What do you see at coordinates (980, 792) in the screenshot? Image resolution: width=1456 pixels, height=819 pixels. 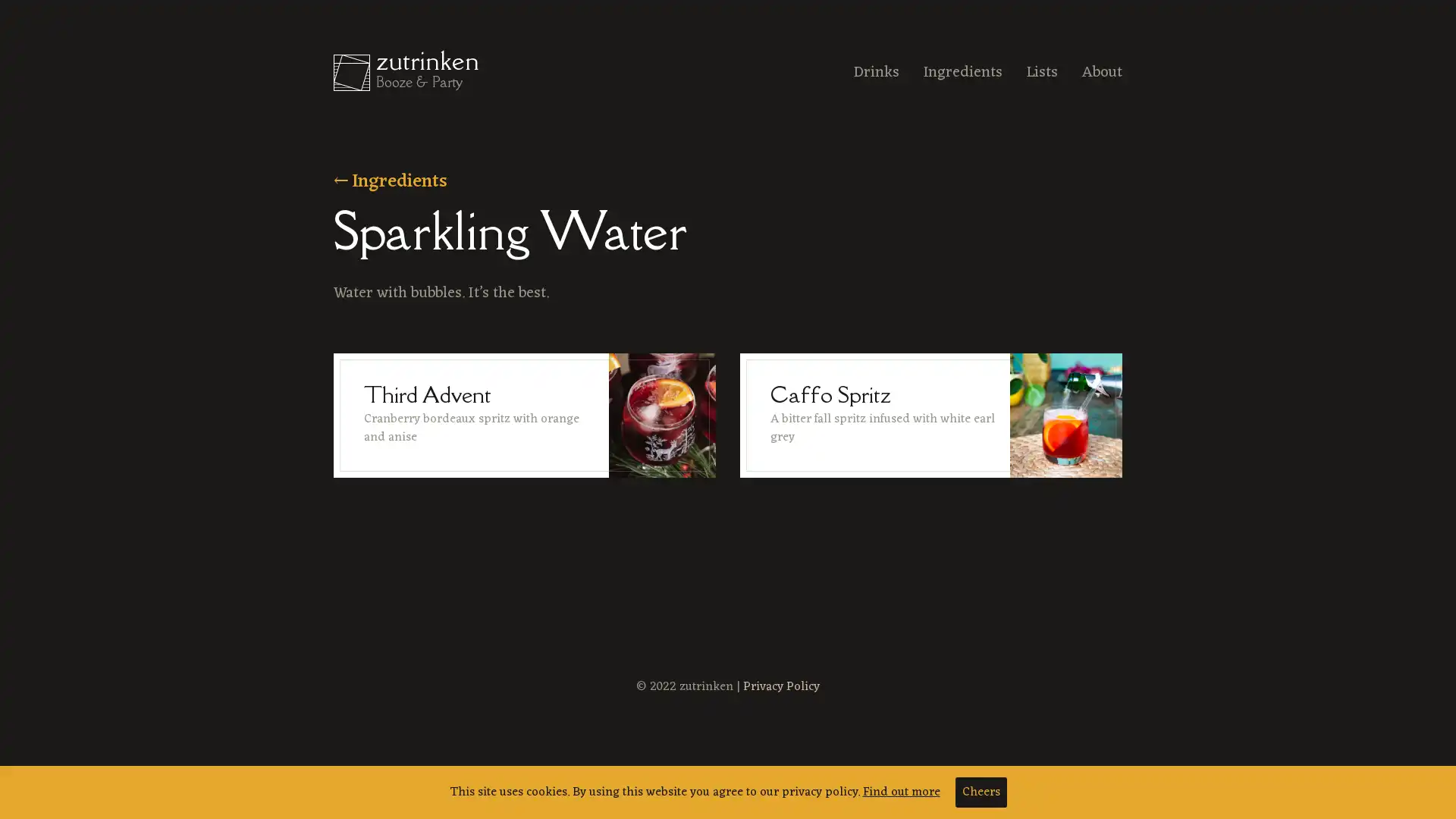 I see `Cheers` at bounding box center [980, 792].